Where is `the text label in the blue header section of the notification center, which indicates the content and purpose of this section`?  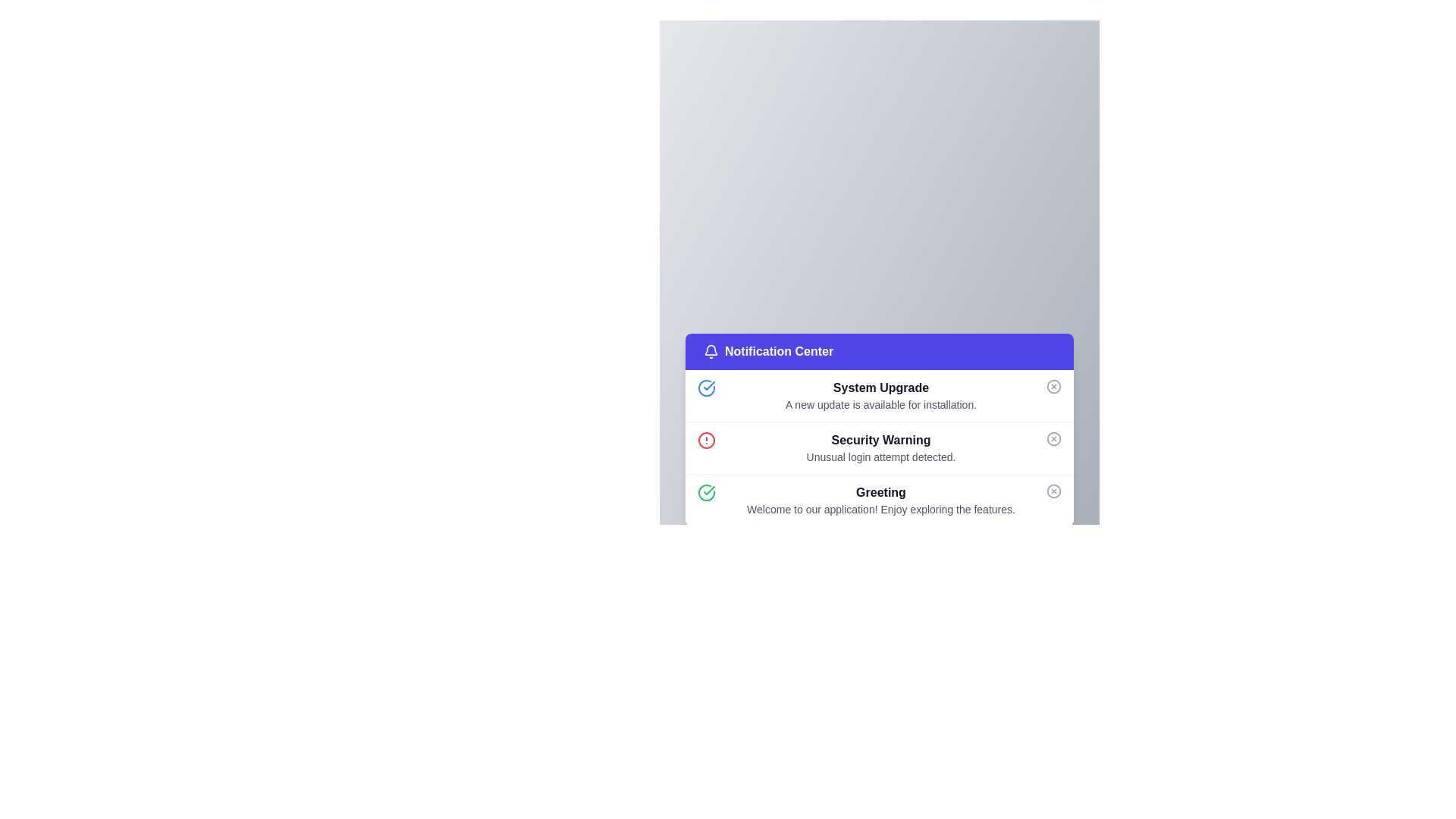 the text label in the blue header section of the notification center, which indicates the content and purpose of this section is located at coordinates (768, 351).